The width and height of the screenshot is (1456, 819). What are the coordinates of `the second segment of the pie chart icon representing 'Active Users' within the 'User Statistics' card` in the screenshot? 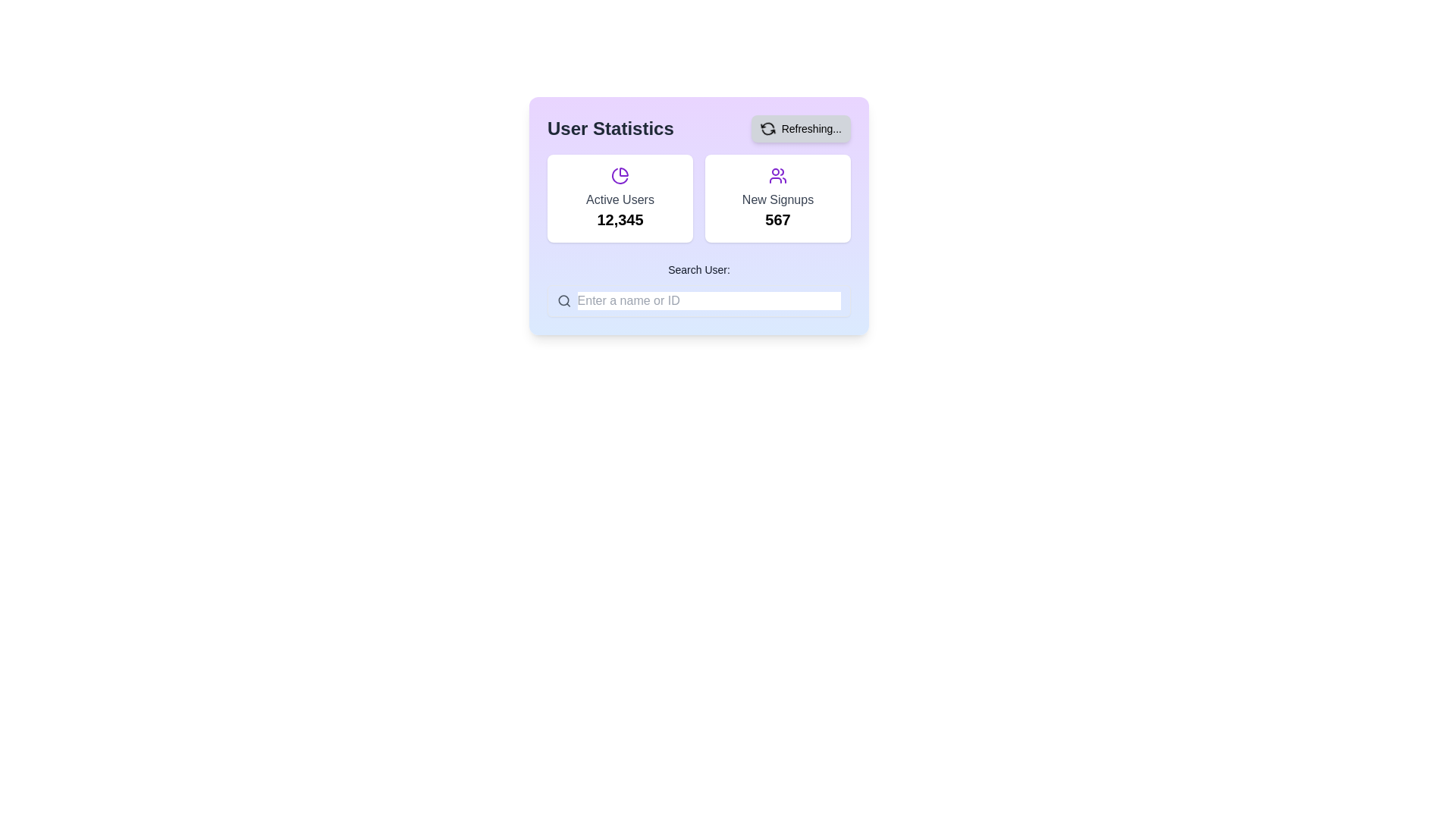 It's located at (619, 174).